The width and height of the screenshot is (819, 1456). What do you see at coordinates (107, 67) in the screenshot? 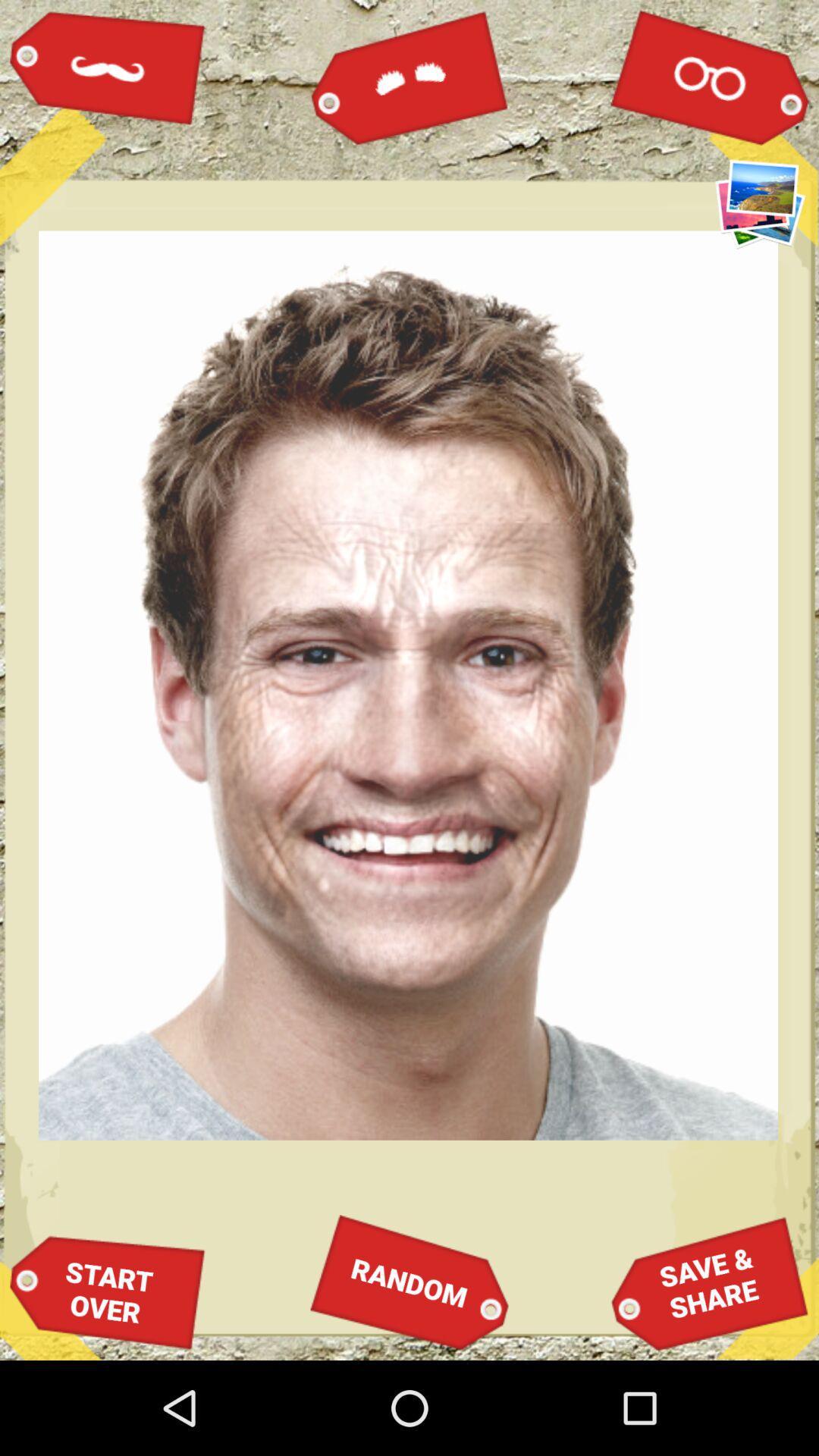
I see `icon at the top left corner` at bounding box center [107, 67].